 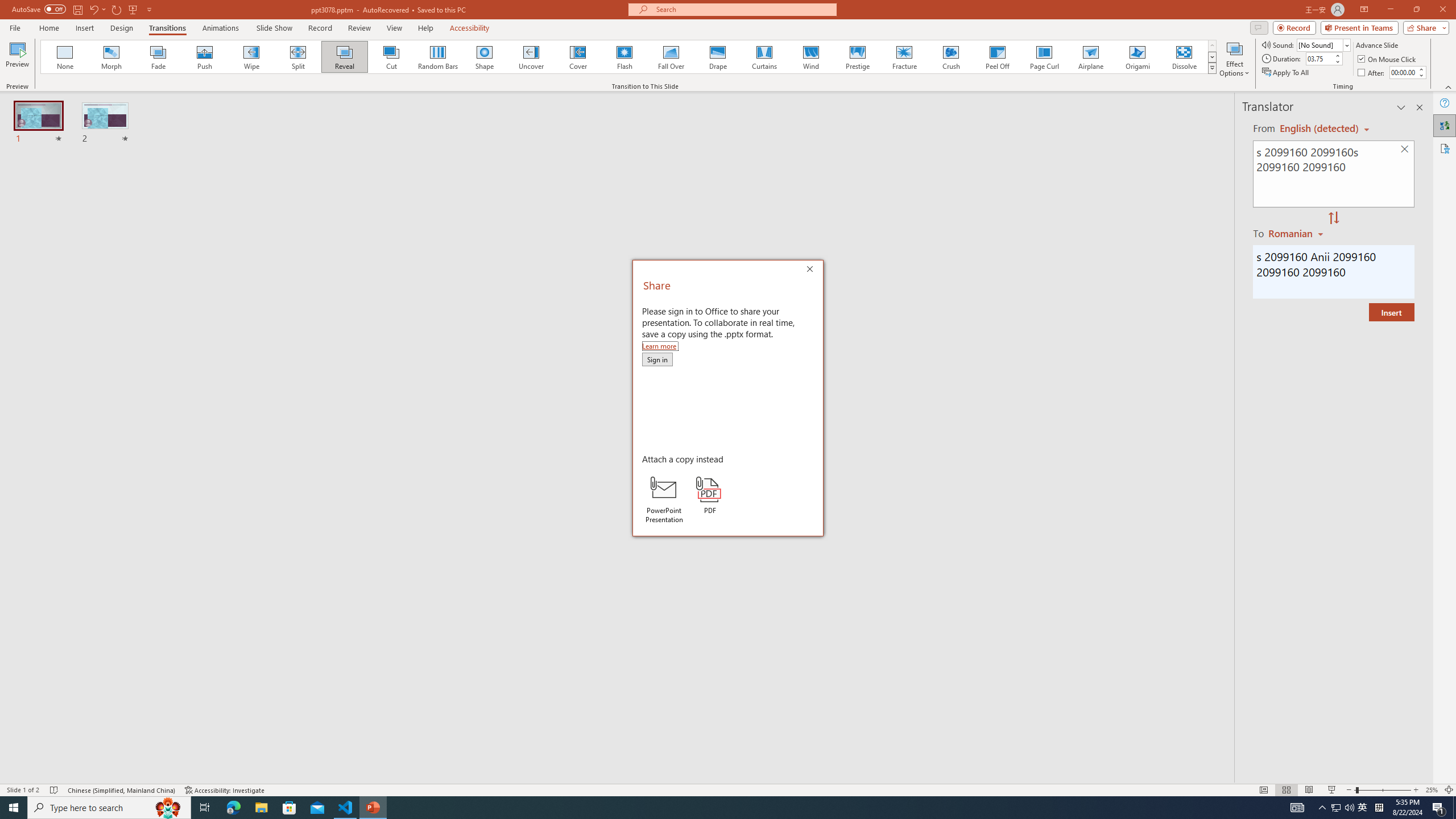 What do you see at coordinates (624, 56) in the screenshot?
I see `'Flash'` at bounding box center [624, 56].